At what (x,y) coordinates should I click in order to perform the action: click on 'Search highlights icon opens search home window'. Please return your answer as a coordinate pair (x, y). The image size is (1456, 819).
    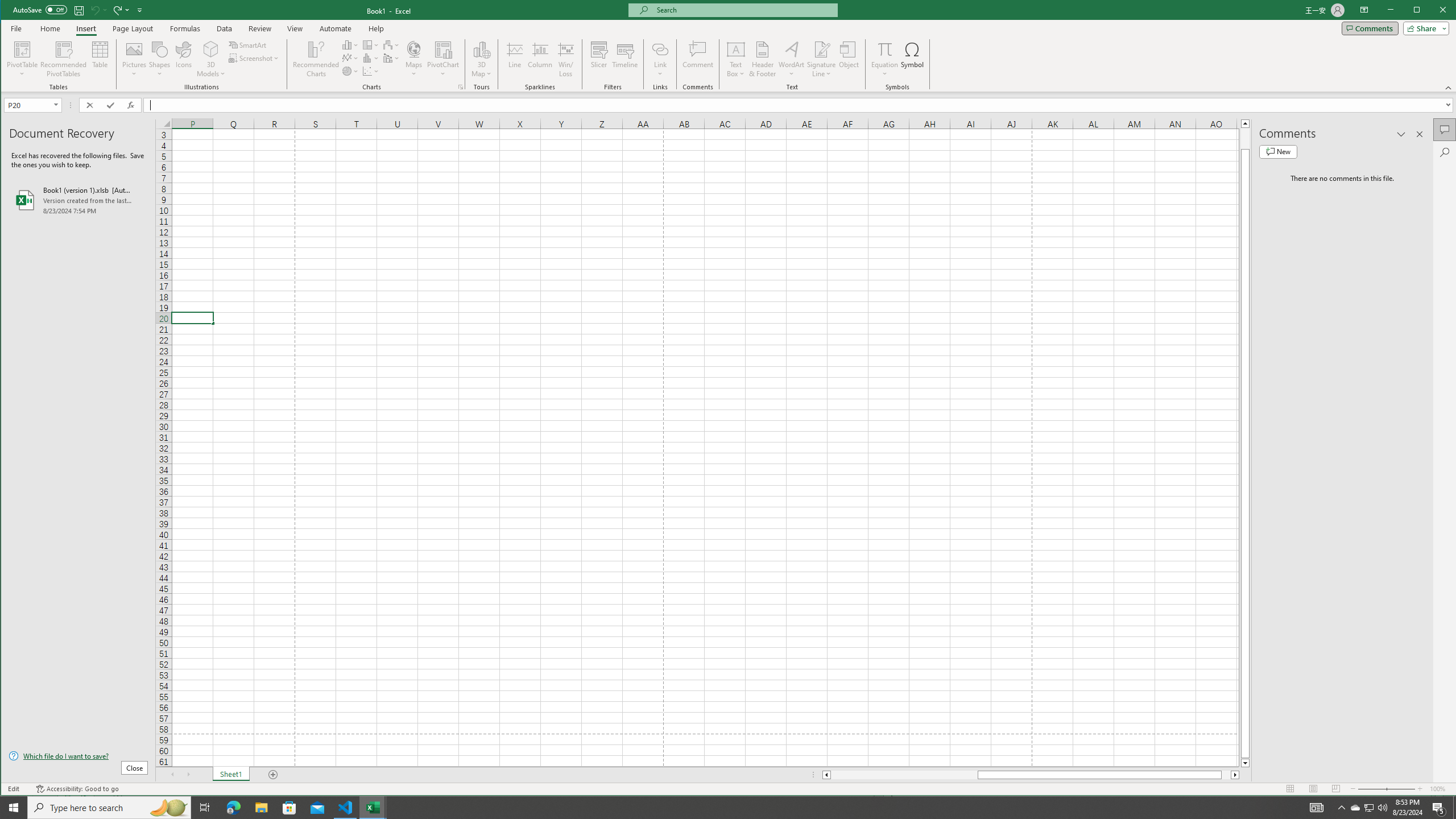
    Looking at the image, I should click on (167, 806).